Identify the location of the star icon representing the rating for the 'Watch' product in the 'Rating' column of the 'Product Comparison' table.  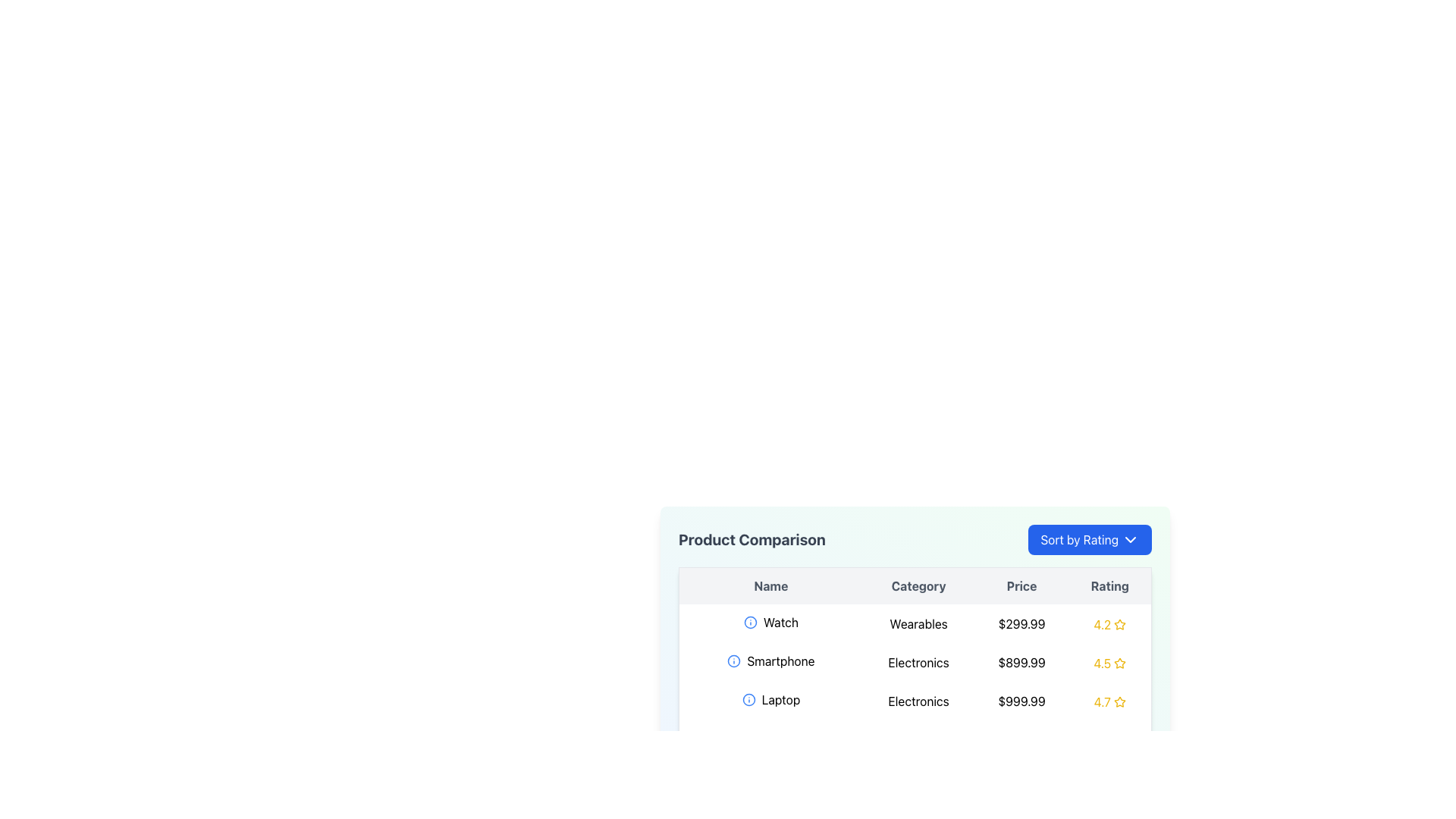
(1120, 623).